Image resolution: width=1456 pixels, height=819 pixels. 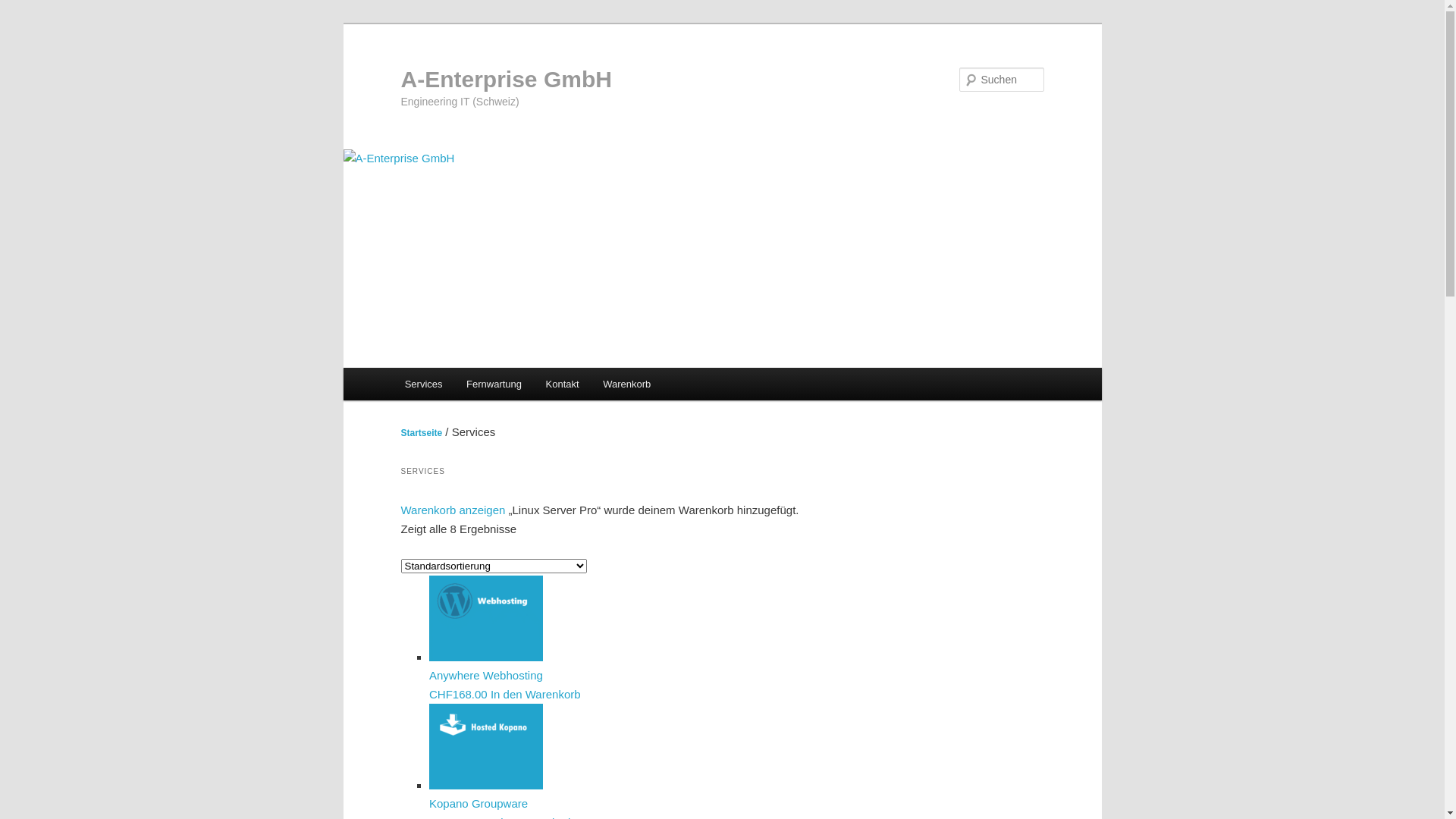 I want to click on 'Kontakt', so click(x=562, y=383).